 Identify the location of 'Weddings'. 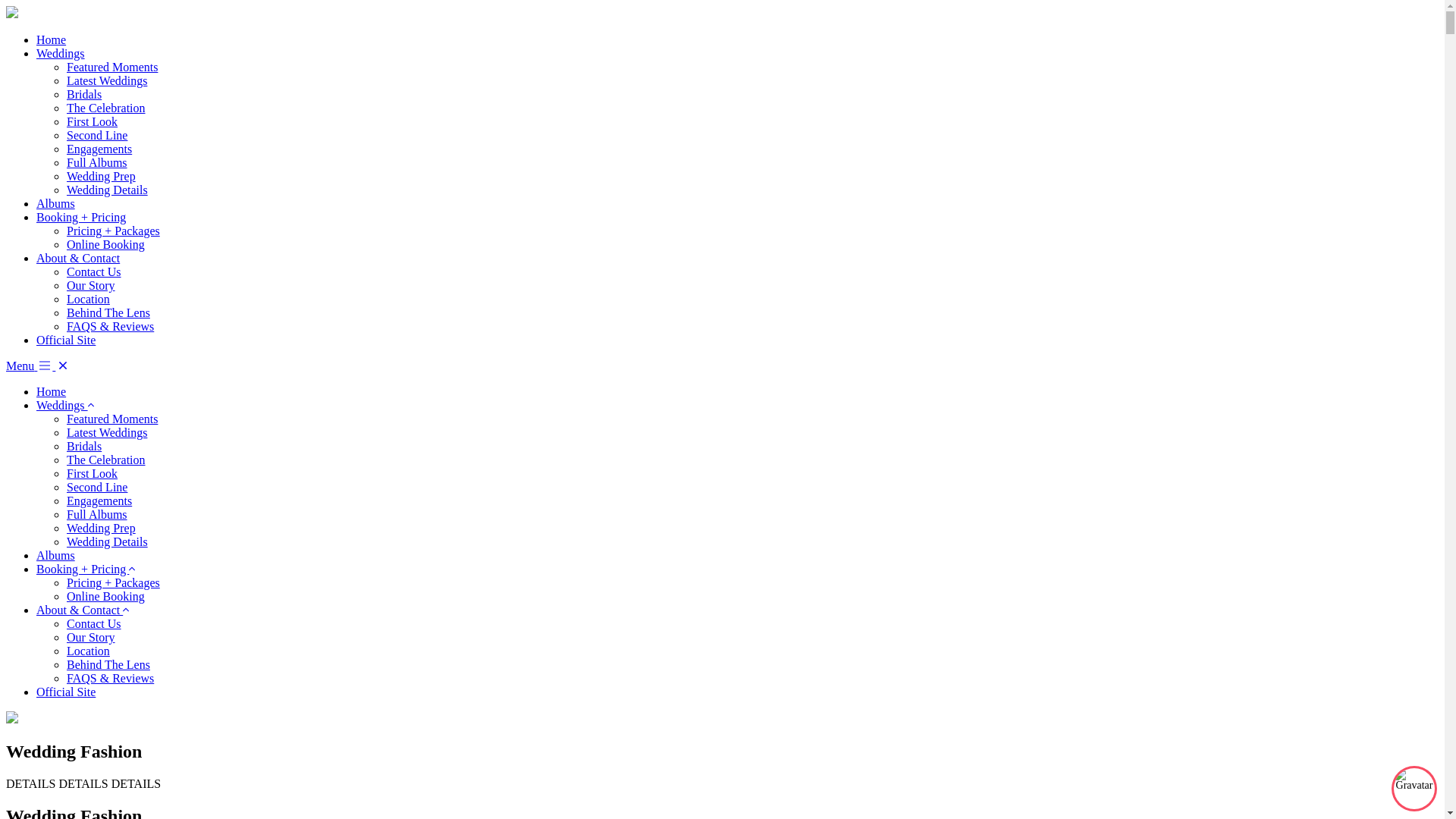
(61, 404).